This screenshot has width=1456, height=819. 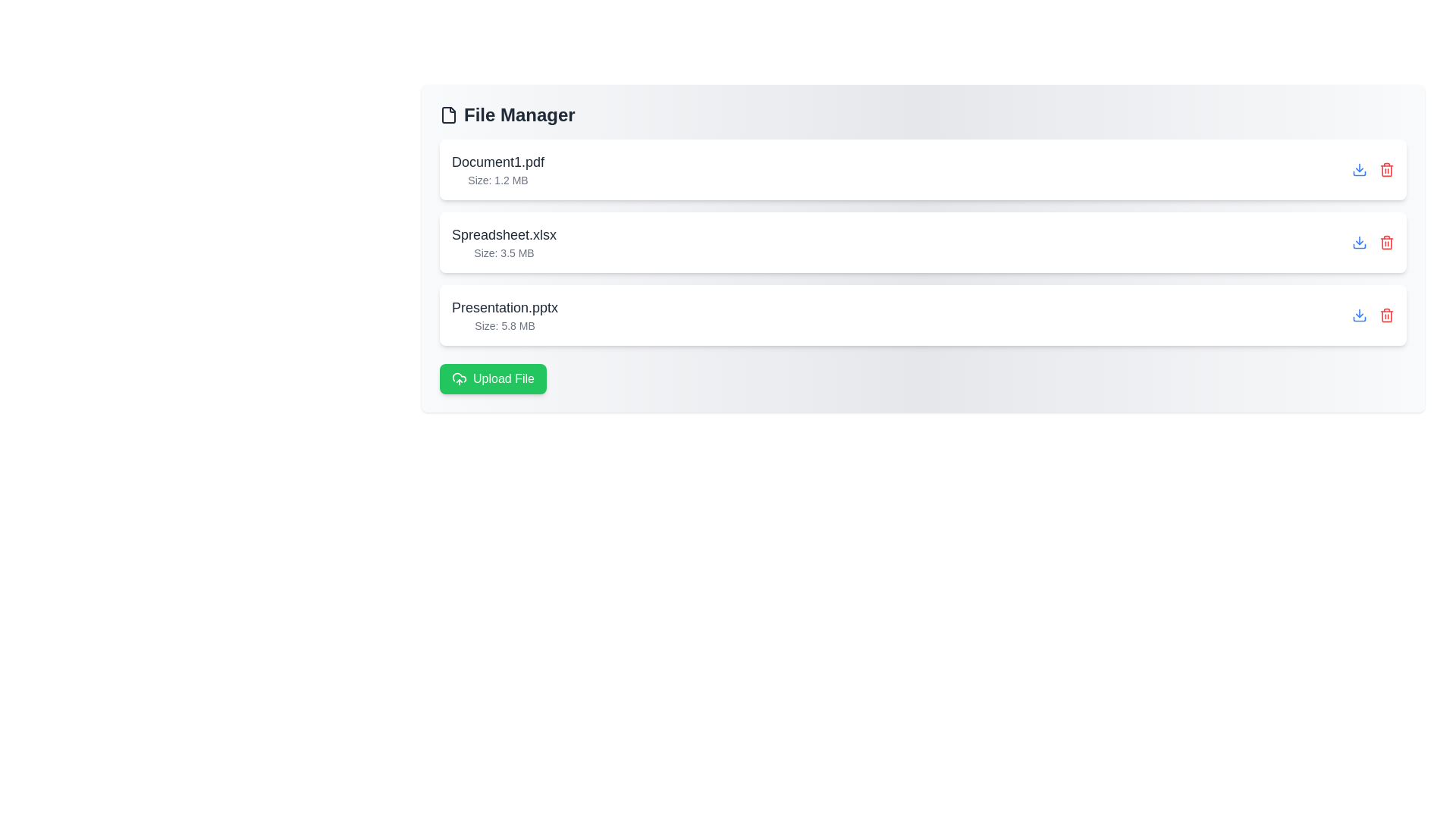 What do you see at coordinates (492, 378) in the screenshot?
I see `the 'Upload File' button to initiate the file upload process` at bounding box center [492, 378].